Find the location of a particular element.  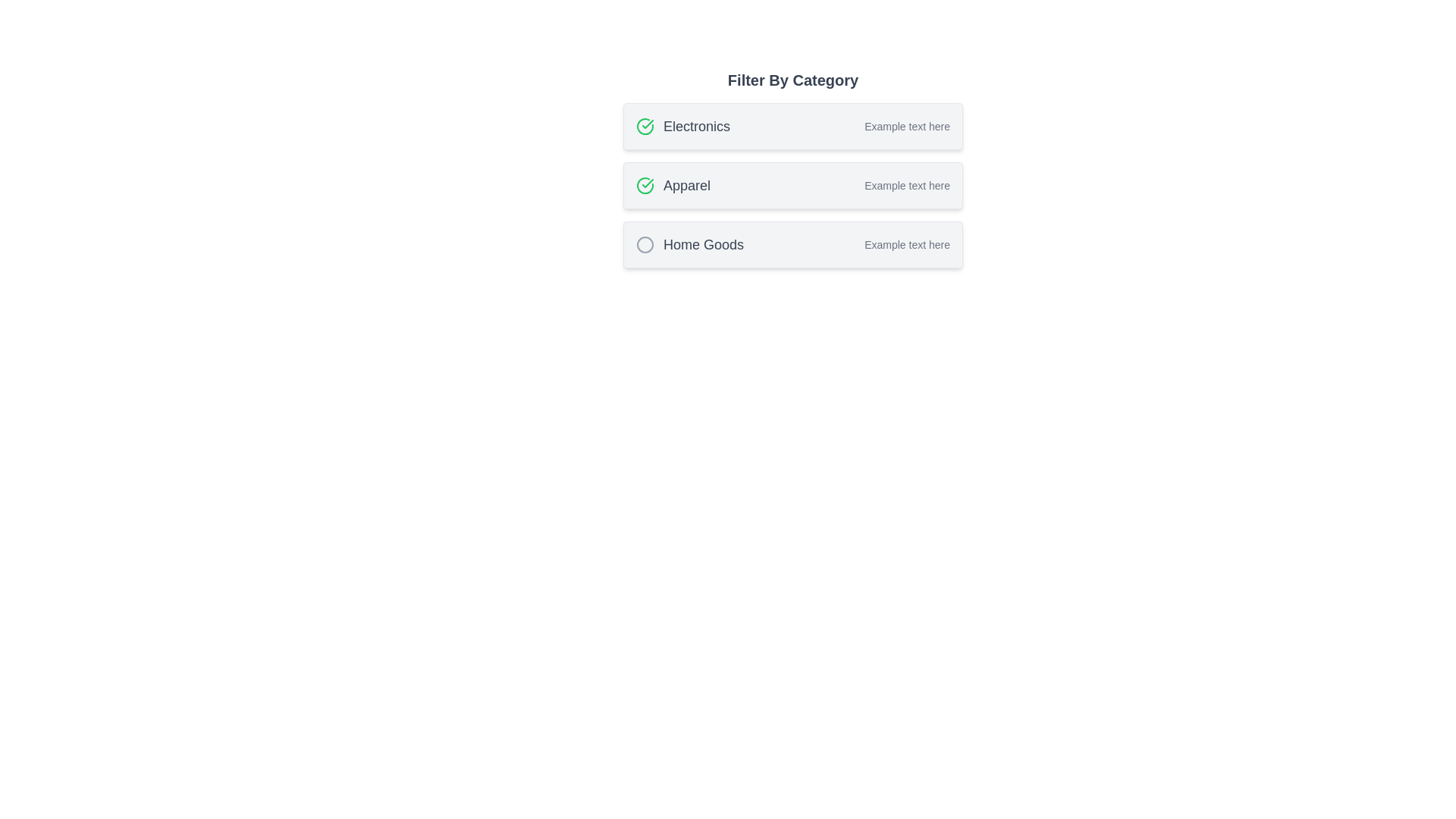

the text label displaying 'Example text here' located in the right section of the 'Home Goods' category card is located at coordinates (907, 244).